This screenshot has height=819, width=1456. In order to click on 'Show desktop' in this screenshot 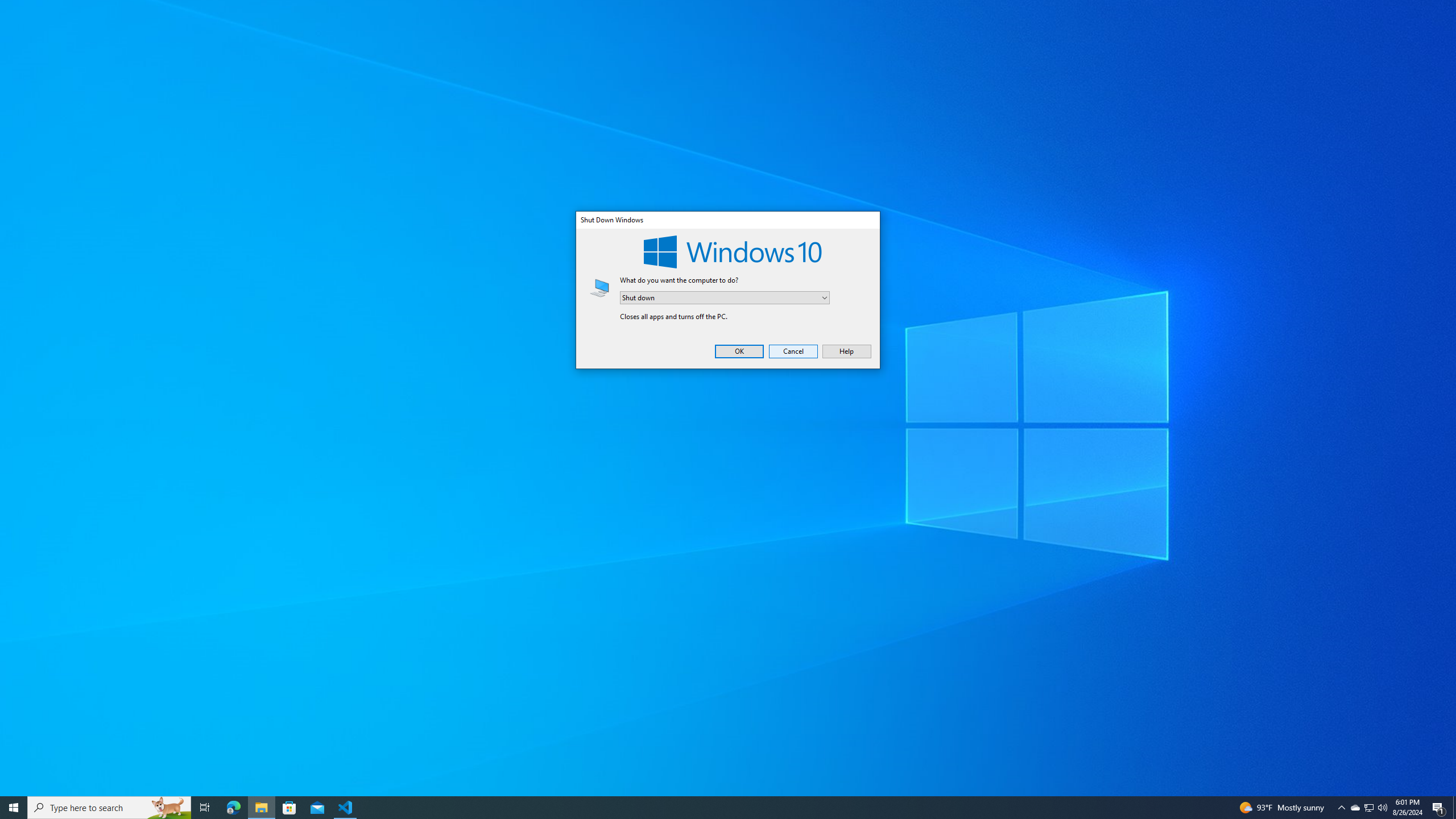, I will do `click(1454, 806)`.